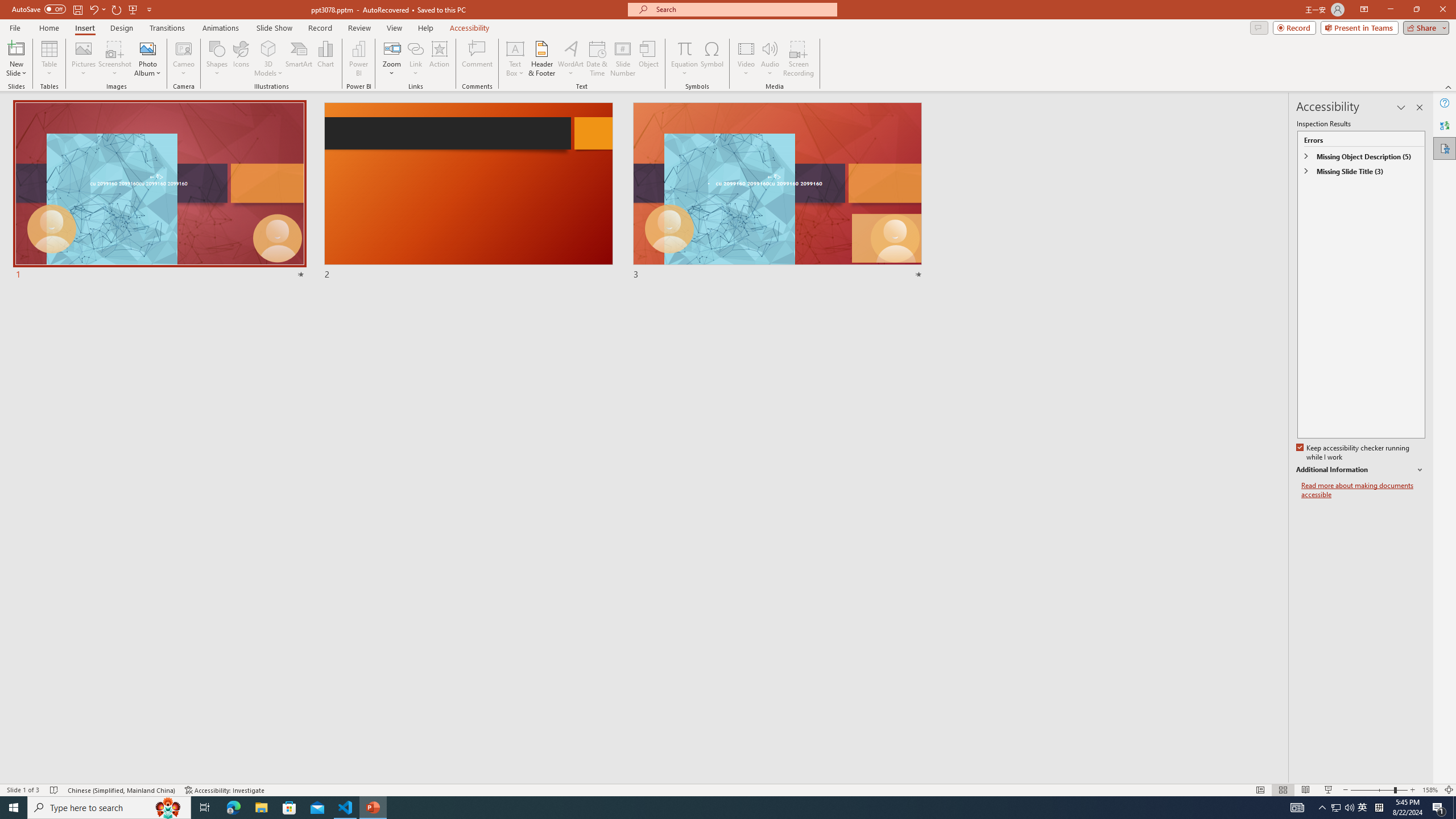 This screenshot has width=1456, height=819. What do you see at coordinates (1360, 470) in the screenshot?
I see `'Additional Information'` at bounding box center [1360, 470].